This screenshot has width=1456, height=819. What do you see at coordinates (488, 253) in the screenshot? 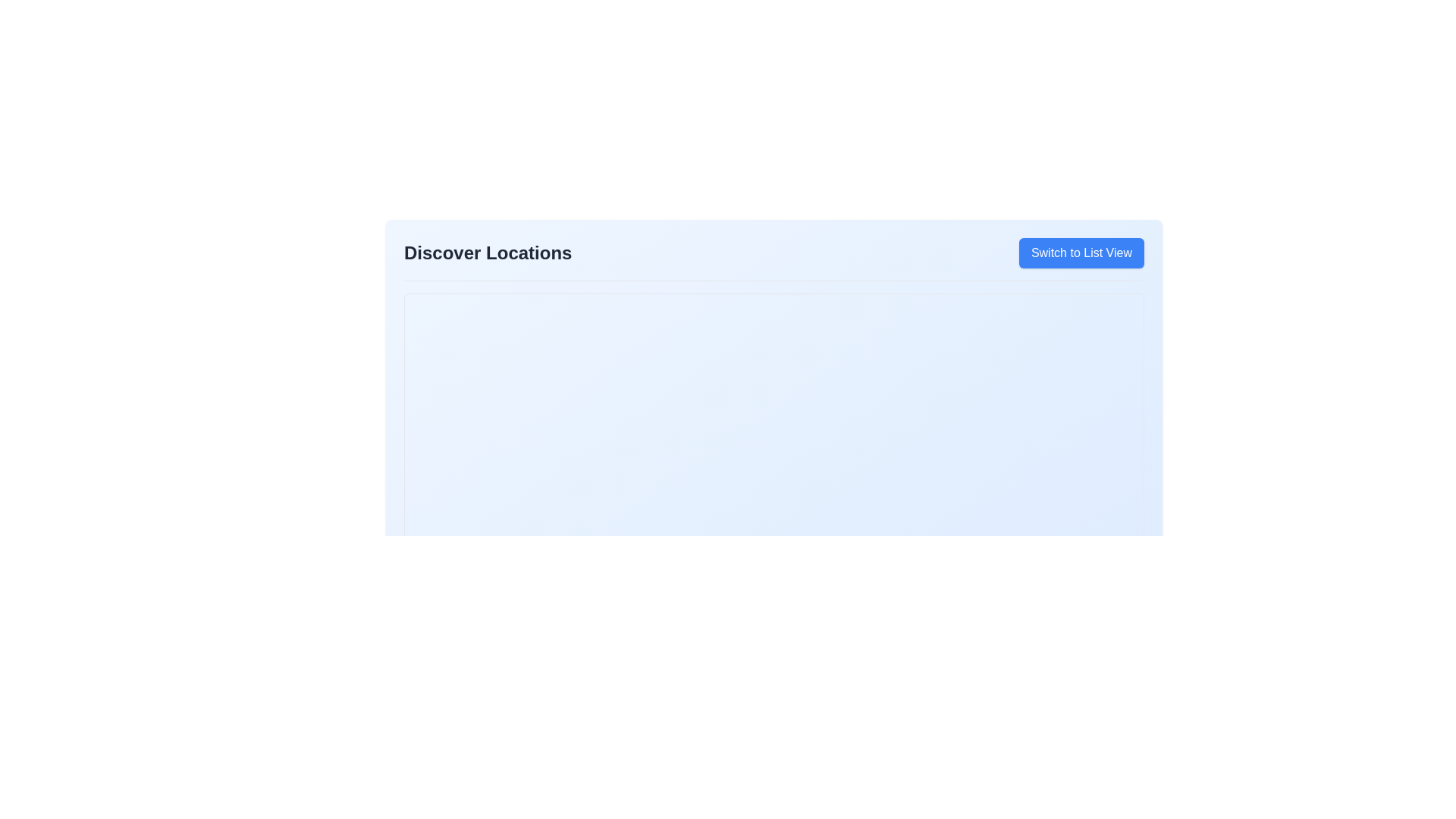
I see `the text label that serves as a heading or title for the section, positioned in the top-left corner of the page` at bounding box center [488, 253].